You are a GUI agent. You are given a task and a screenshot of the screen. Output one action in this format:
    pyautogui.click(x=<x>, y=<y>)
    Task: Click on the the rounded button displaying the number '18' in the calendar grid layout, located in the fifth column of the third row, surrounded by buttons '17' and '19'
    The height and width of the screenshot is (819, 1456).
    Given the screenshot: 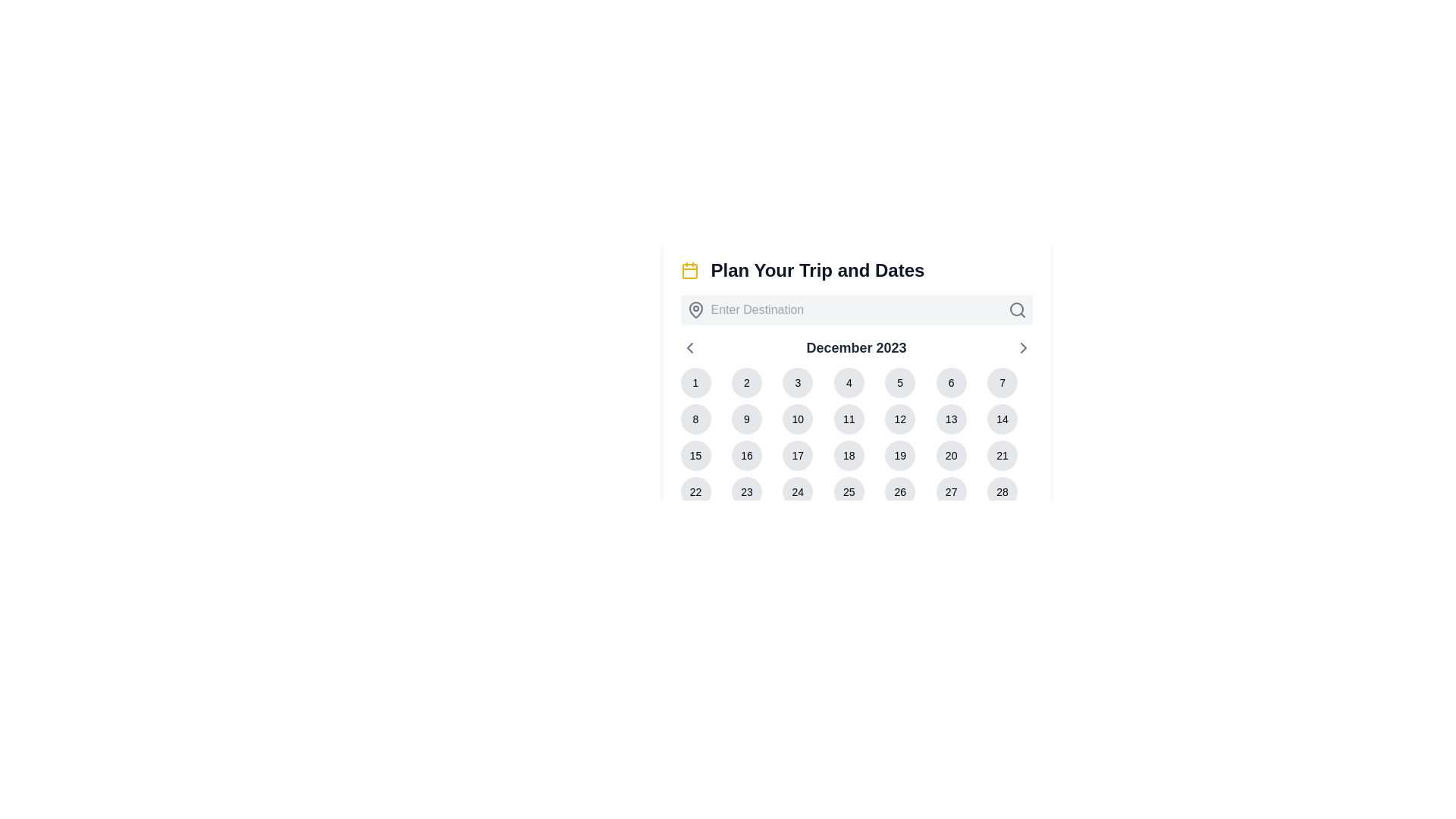 What is the action you would take?
    pyautogui.click(x=848, y=455)
    